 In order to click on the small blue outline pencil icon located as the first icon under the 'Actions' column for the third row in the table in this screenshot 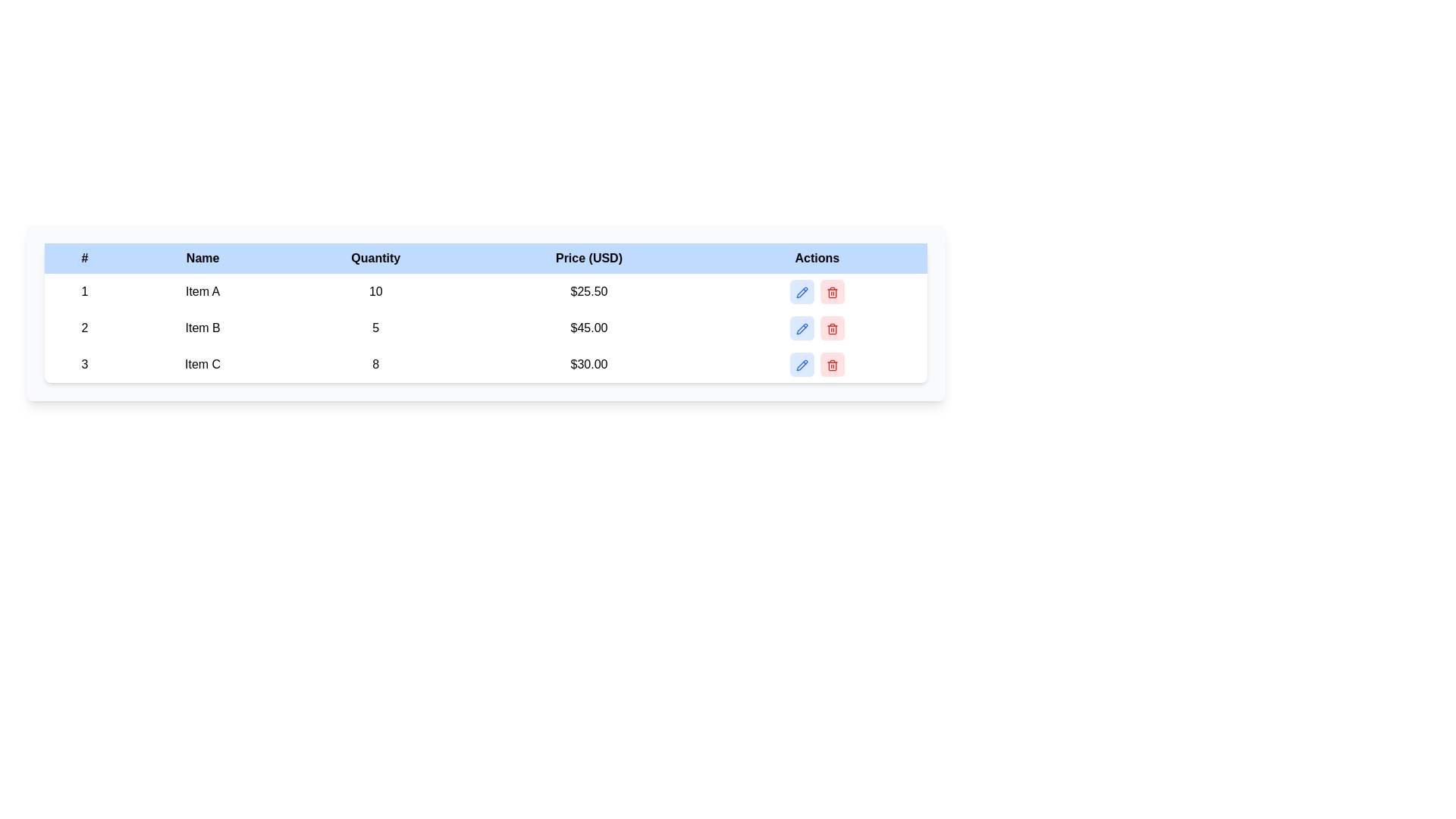, I will do `click(801, 365)`.